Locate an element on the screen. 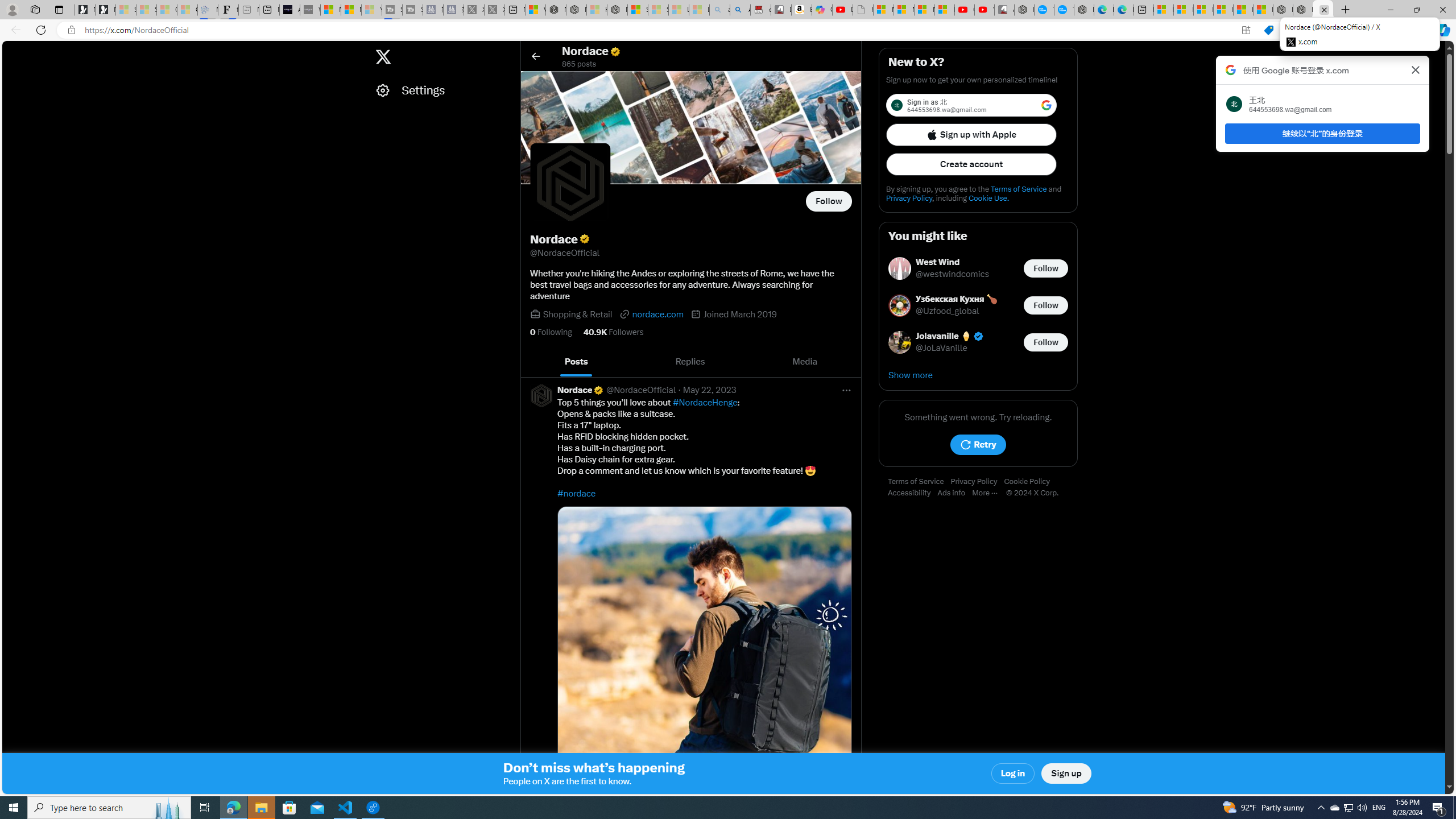  'Day 1: Arriving in Yemen (surreal to be here) - YouTube' is located at coordinates (841, 9).